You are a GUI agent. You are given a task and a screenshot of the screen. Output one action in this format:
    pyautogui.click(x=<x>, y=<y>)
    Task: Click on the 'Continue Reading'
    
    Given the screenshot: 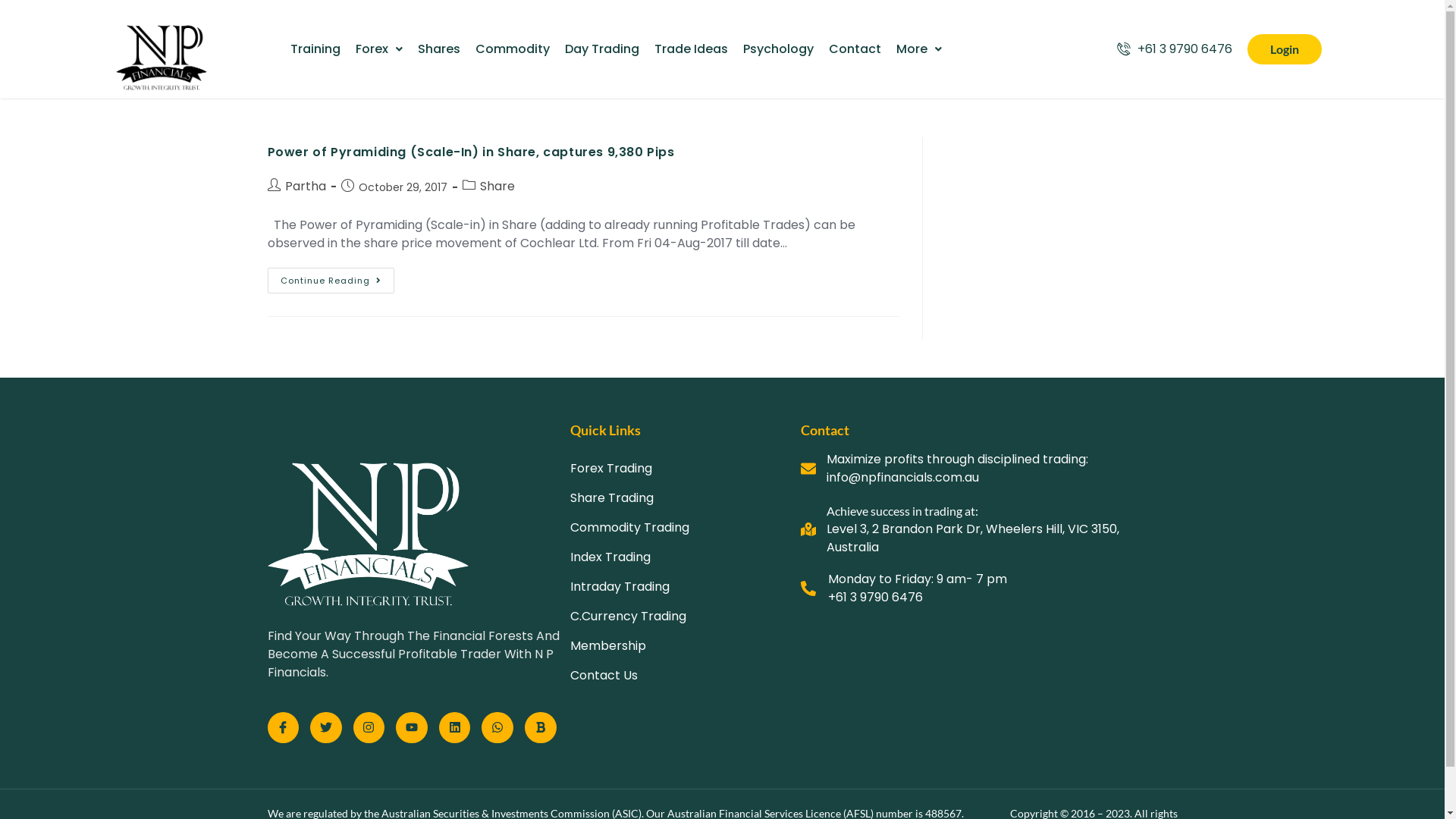 What is the action you would take?
    pyautogui.click(x=329, y=281)
    